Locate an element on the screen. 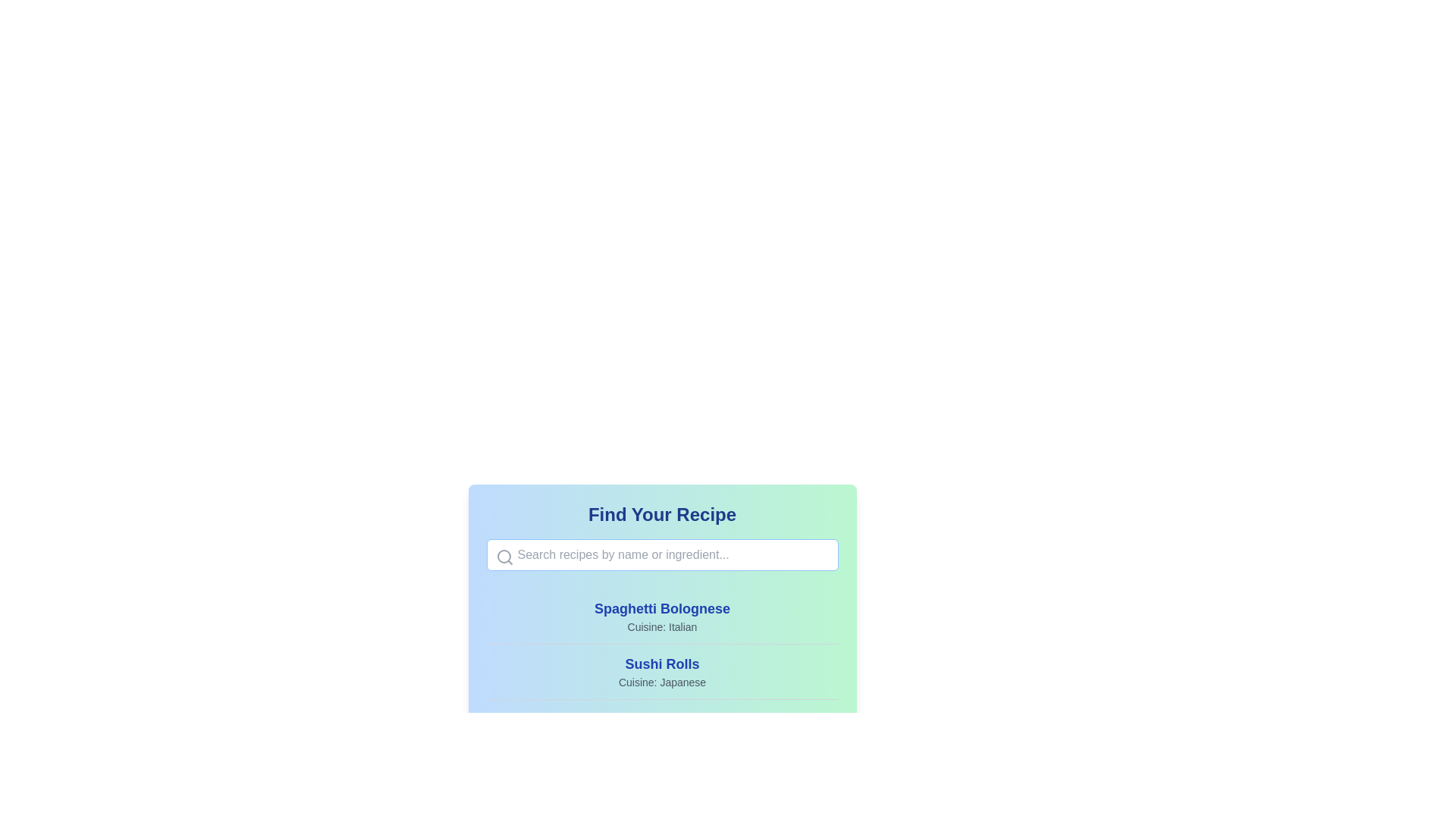 Image resolution: width=1456 pixels, height=819 pixels. individual list items in the vertical list displaying dish names and cuisine types, which are visually separated by dividers and contained within a gradient-colored card background is located at coordinates (662, 699).